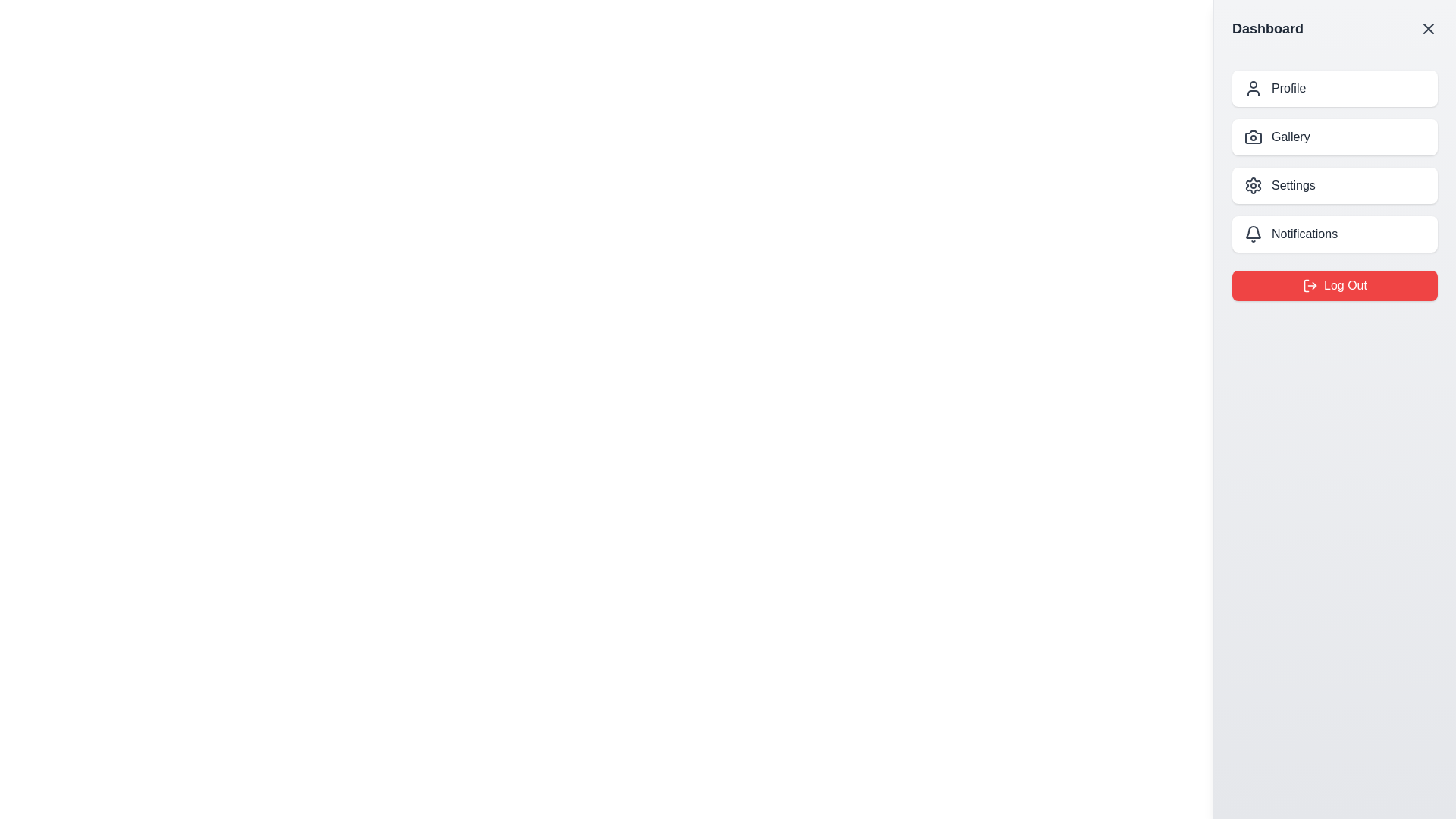 The width and height of the screenshot is (1456, 819). What do you see at coordinates (1306, 286) in the screenshot?
I see `the red 'Logout' button with a white rightward arrow icon located at the bottom of the right sidebar` at bounding box center [1306, 286].